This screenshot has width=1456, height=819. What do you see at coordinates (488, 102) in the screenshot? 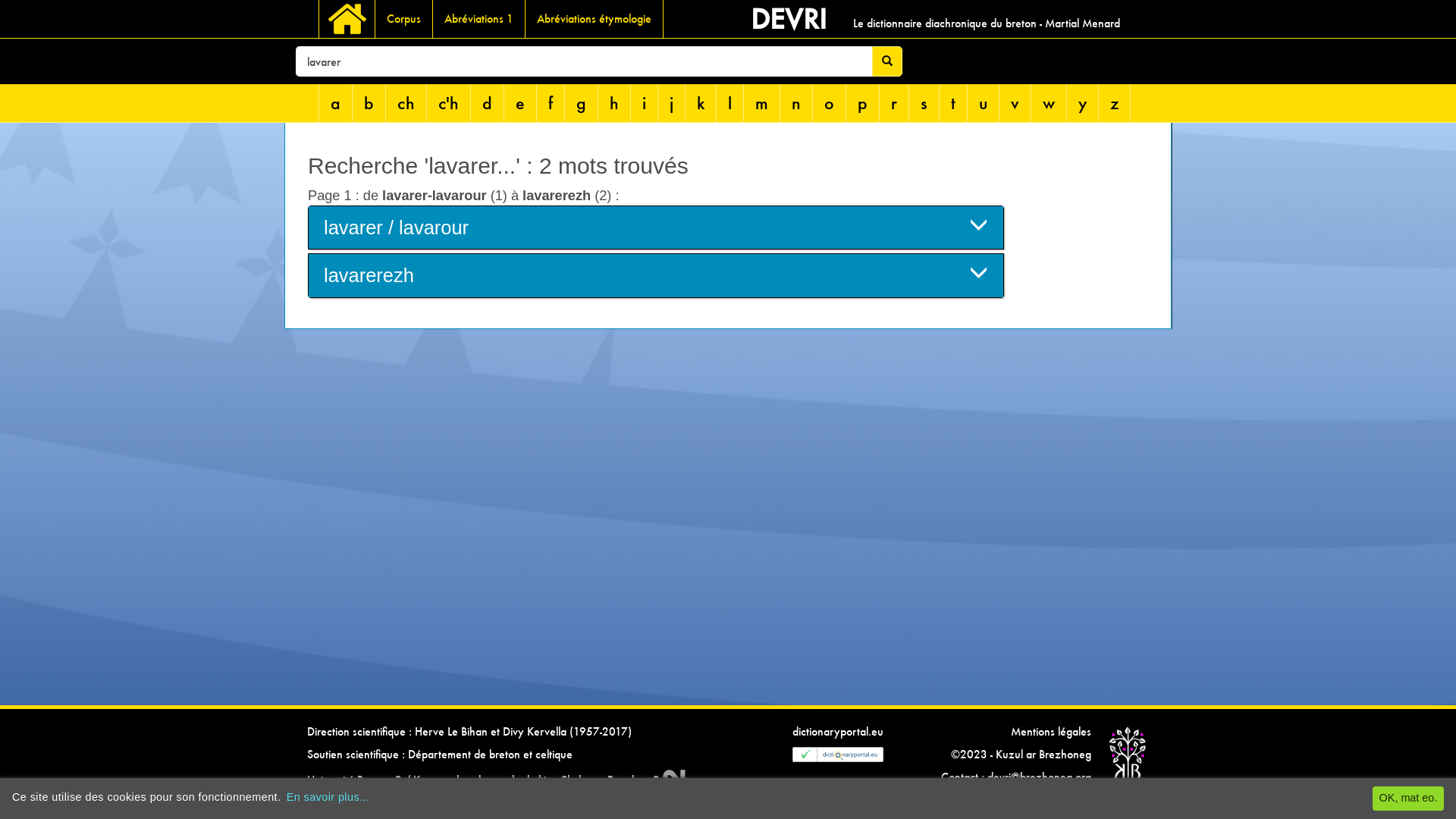
I see `'d'` at bounding box center [488, 102].